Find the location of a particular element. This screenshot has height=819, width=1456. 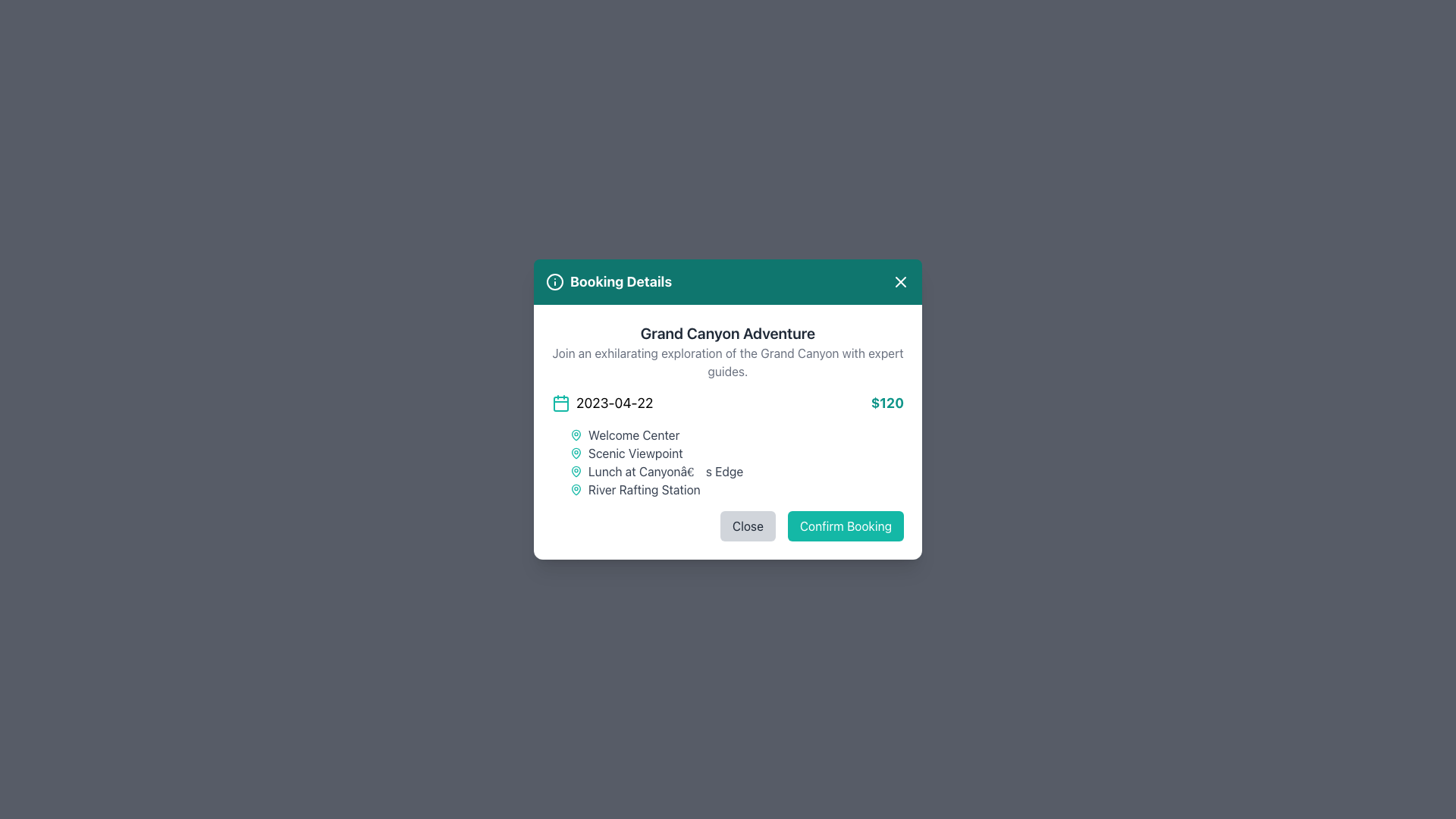

the 'Scenic Viewpoint' icon, which is the second entry in the location list within the content box, to visually represent its location in the booking details is located at coordinates (575, 452).